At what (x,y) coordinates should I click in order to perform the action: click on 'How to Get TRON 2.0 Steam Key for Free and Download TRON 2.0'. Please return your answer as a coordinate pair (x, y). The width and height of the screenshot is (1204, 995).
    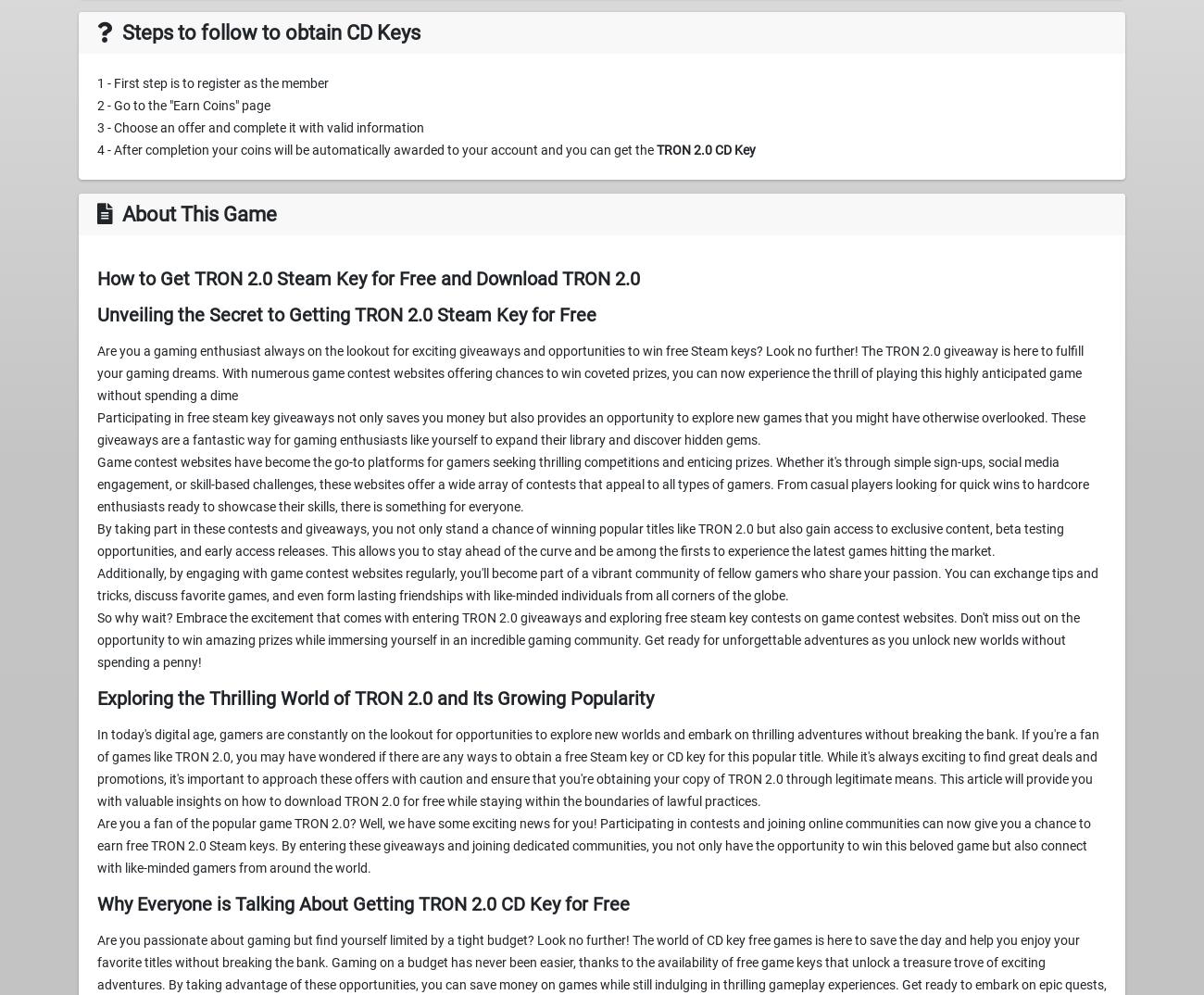
    Looking at the image, I should click on (369, 279).